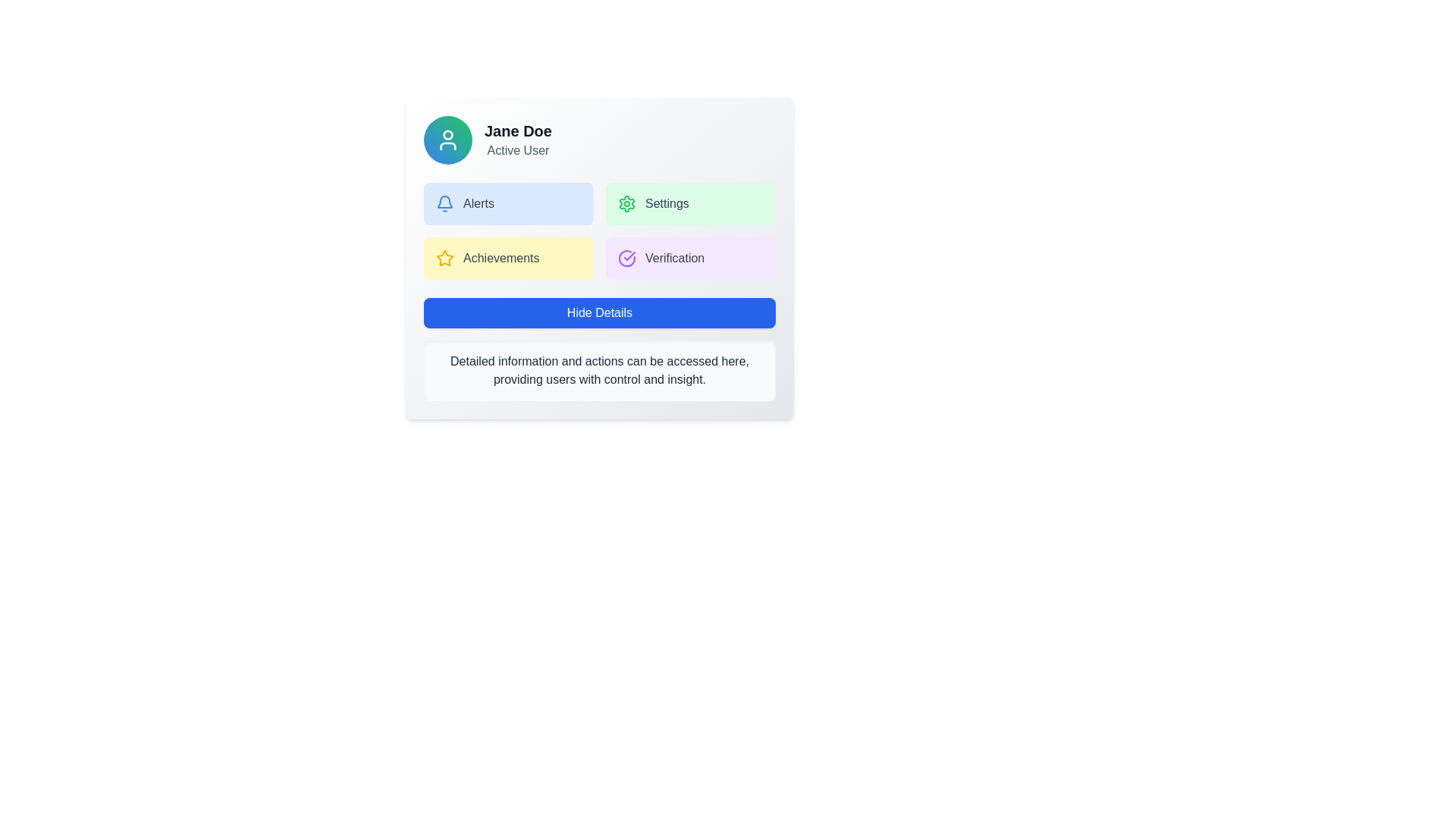 Image resolution: width=1456 pixels, height=819 pixels. I want to click on 'Settings' text label located in the upper-right corner of the application, positioned to the right of a gear icon within a green box, so click(667, 203).